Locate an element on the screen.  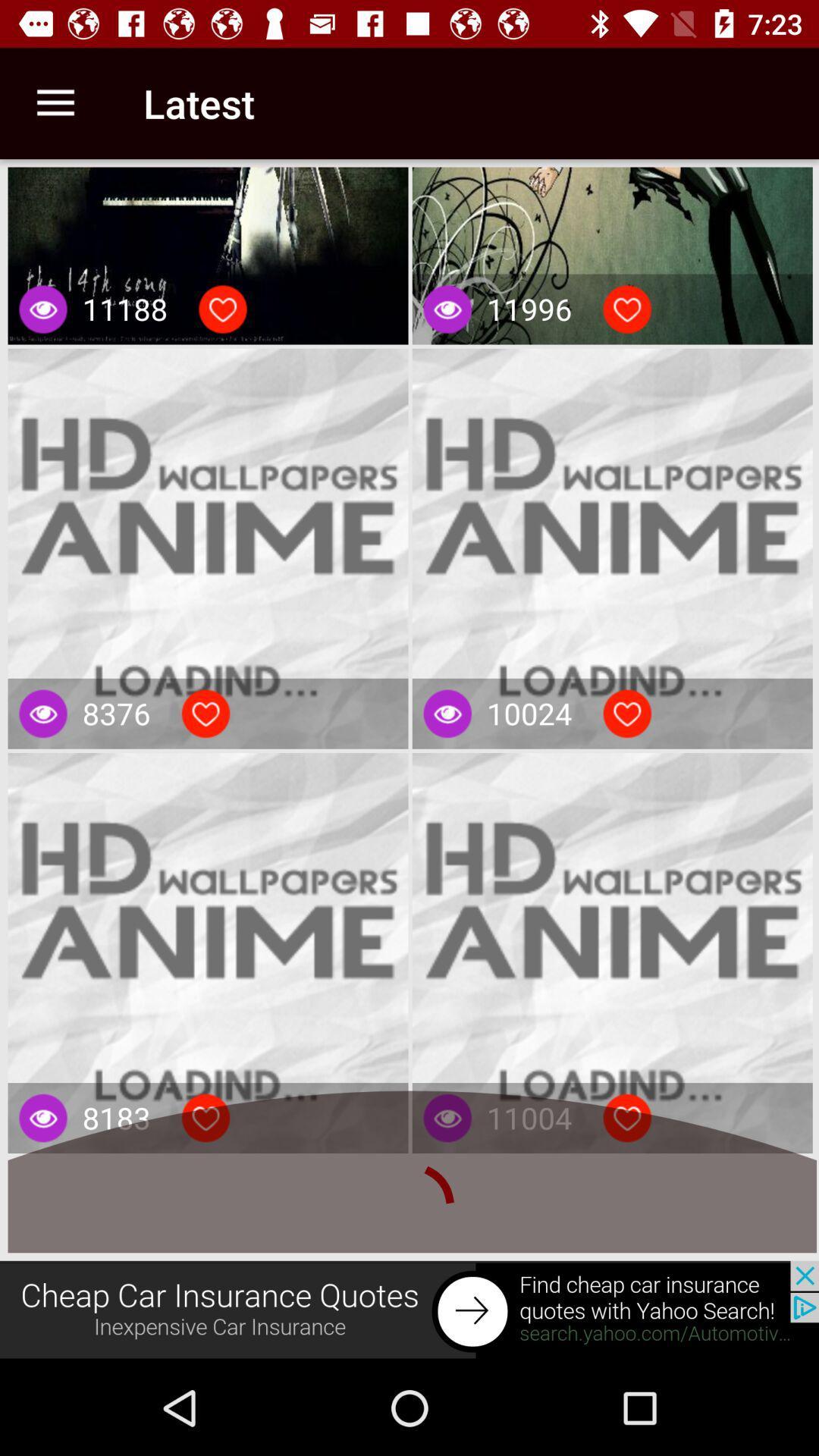
like is located at coordinates (206, 1118).